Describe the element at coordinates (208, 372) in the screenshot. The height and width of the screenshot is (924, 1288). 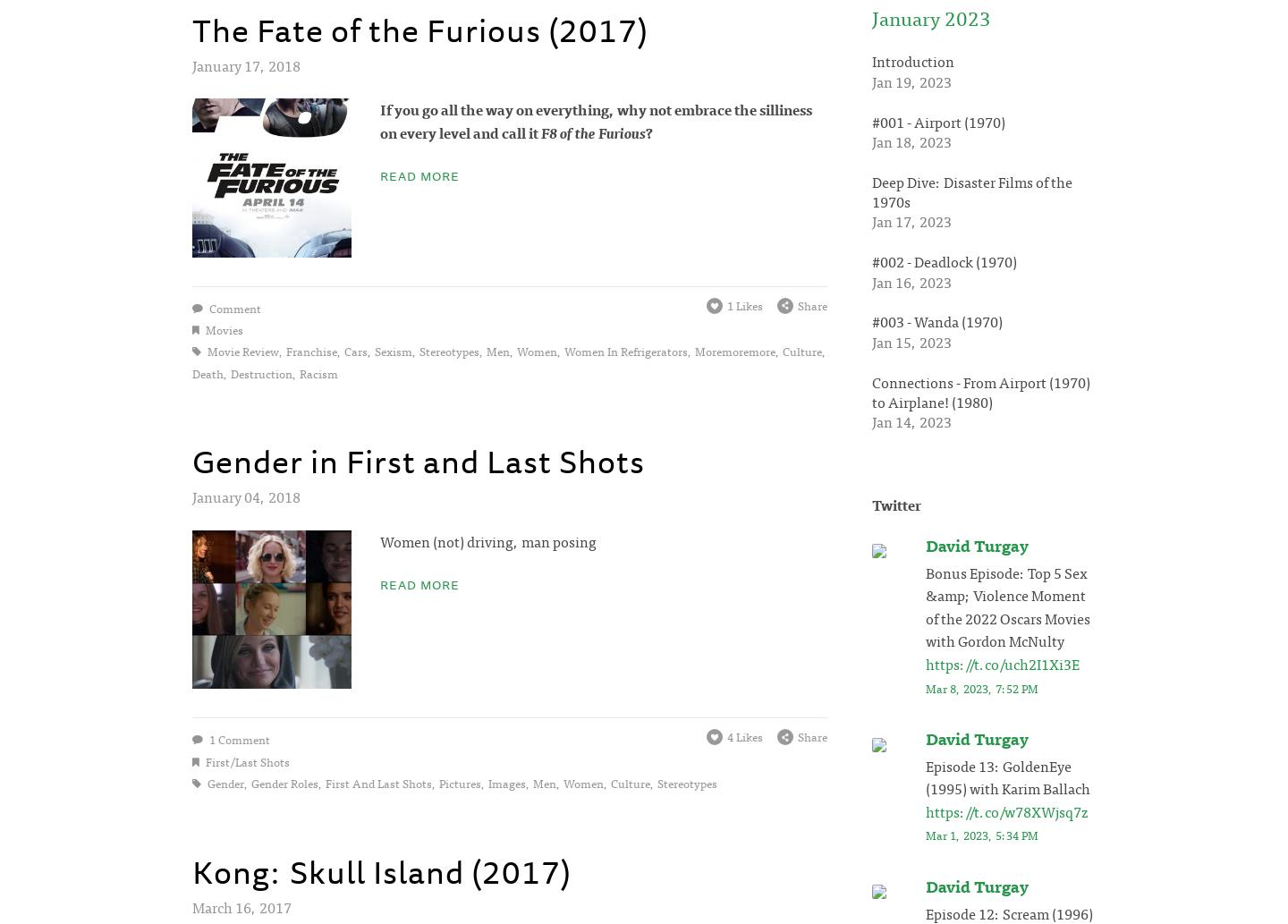
I see `'death'` at that location.